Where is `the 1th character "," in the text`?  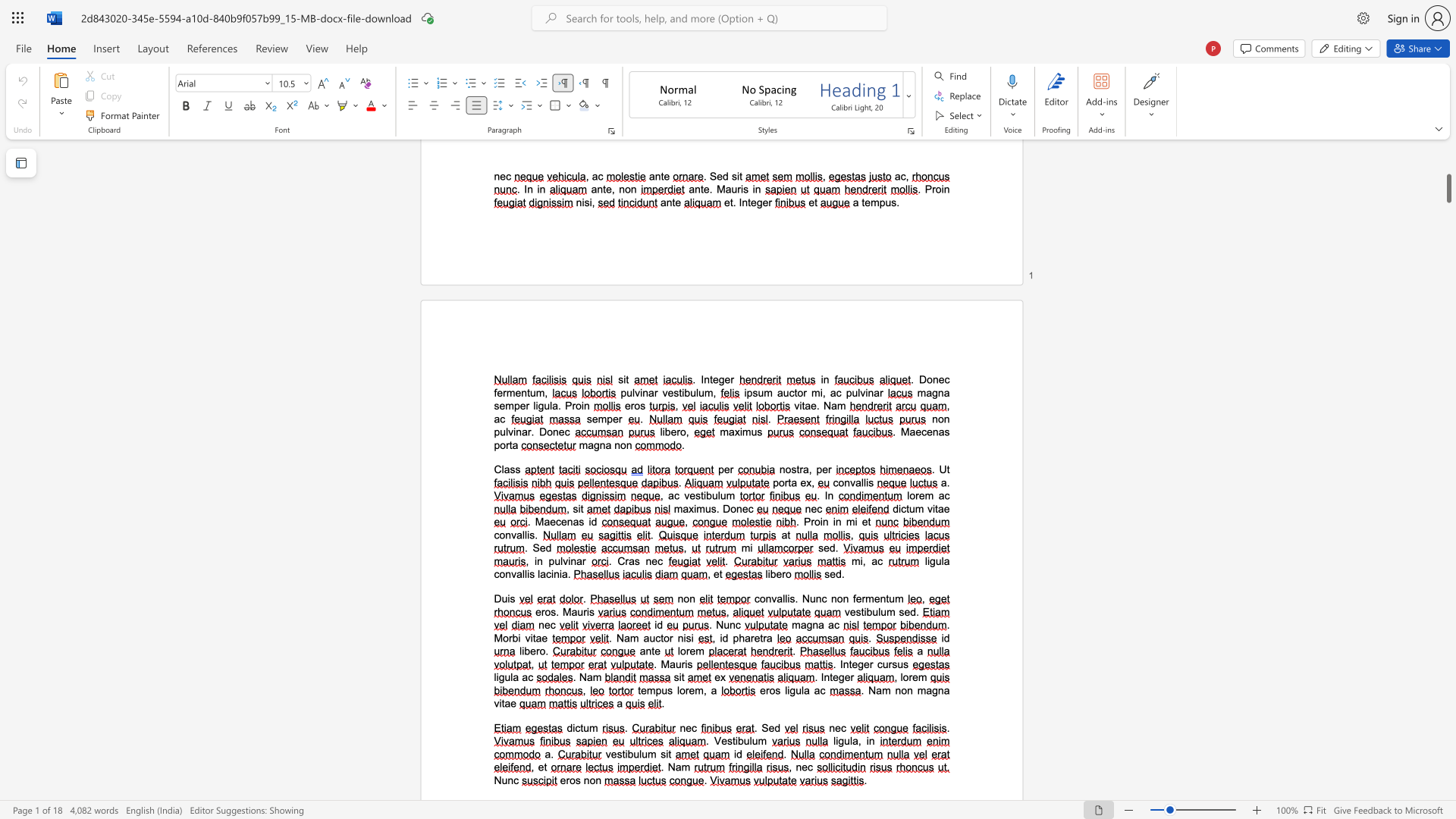
the 1th character "," in the text is located at coordinates (812, 482).